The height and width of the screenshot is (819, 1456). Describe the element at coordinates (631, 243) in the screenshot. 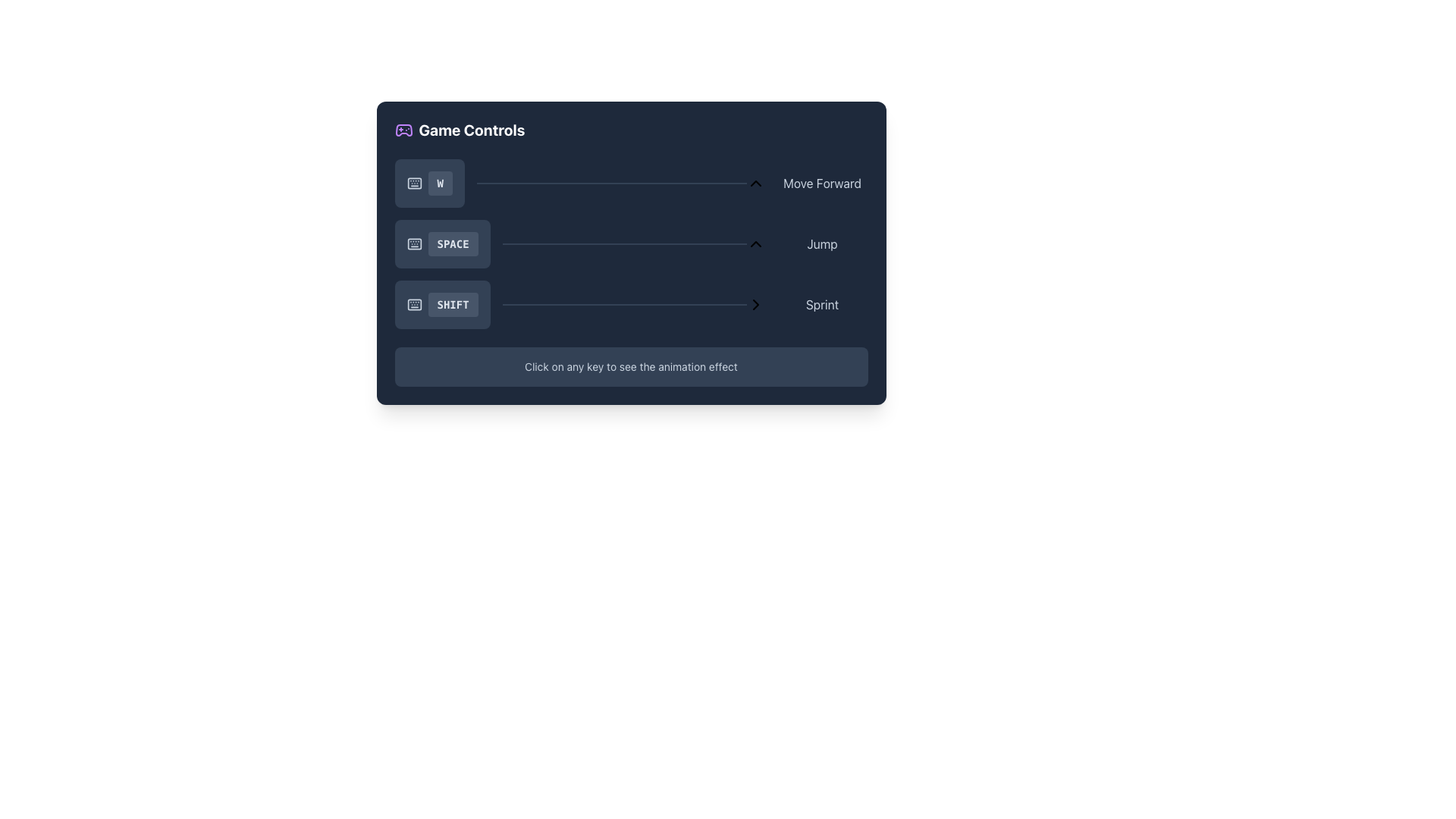

I see `the layout of the Control List, which consists of three interactive rows displaying control keys and their actions within the 'Game Controls' section` at that location.